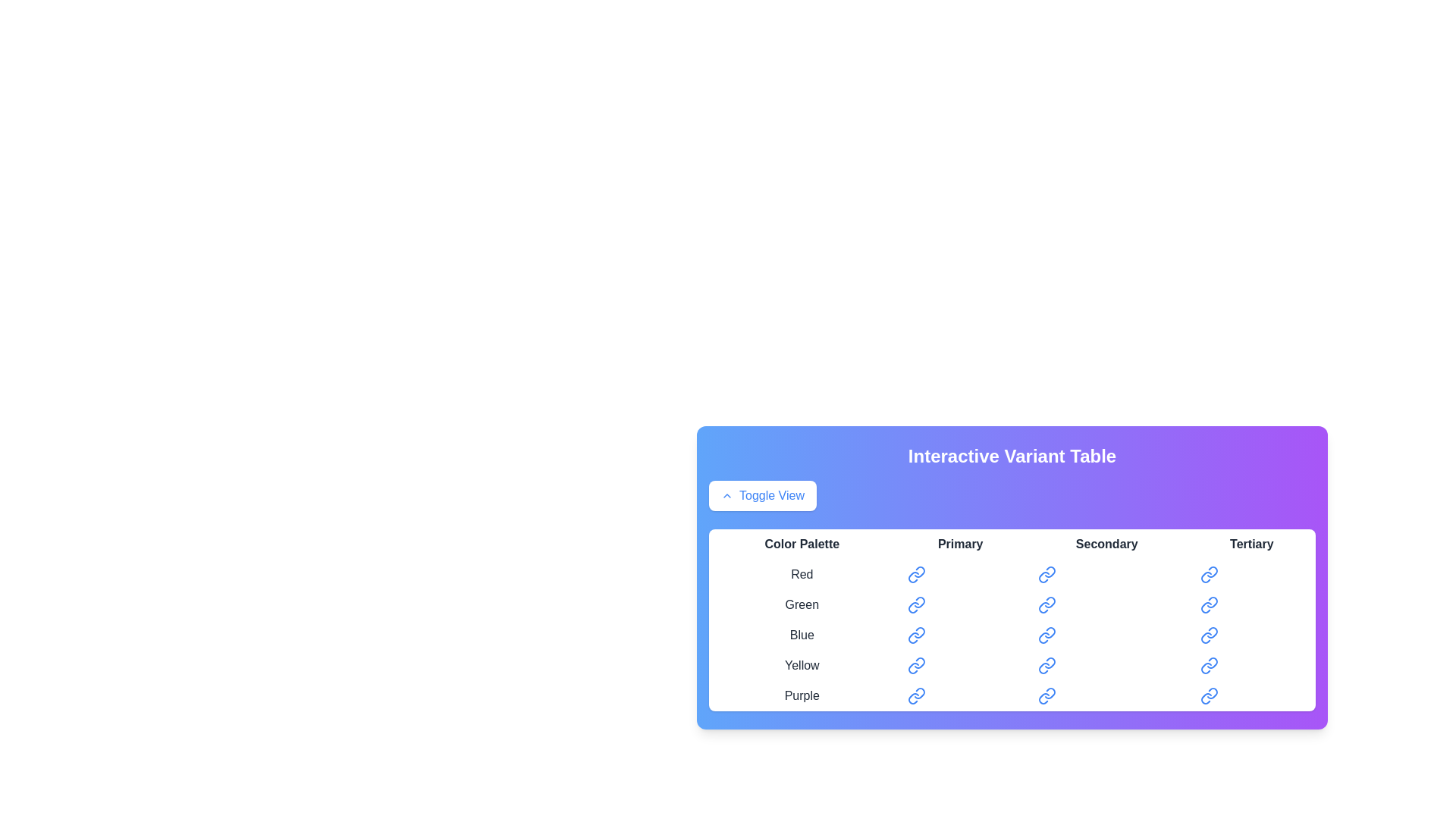  I want to click on the blue link icon located in the 'Tertiary' column of the 'Purple' row in the Interactive Variant Table, so click(1211, 693).